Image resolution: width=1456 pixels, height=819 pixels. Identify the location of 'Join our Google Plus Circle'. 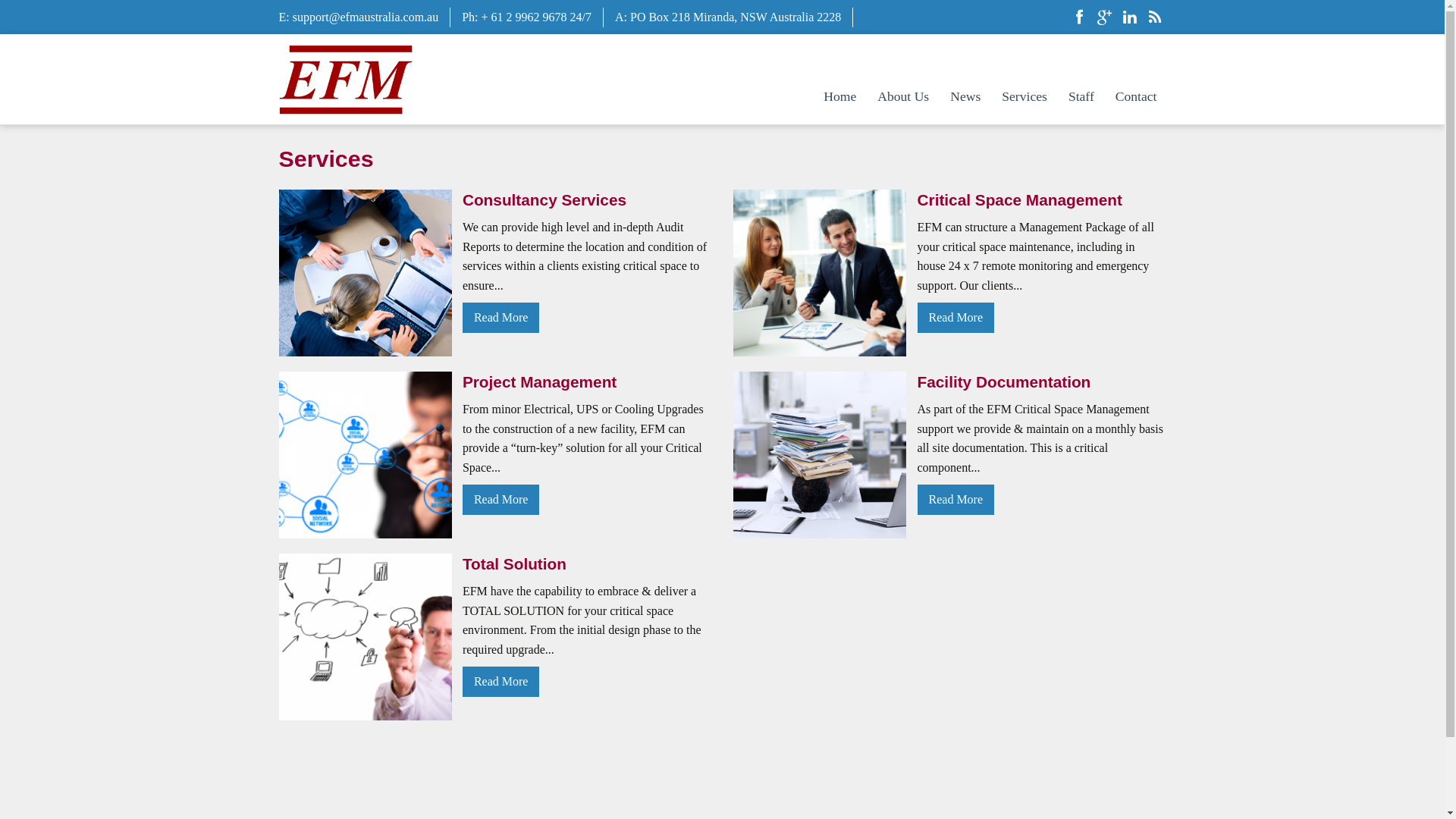
(1105, 18).